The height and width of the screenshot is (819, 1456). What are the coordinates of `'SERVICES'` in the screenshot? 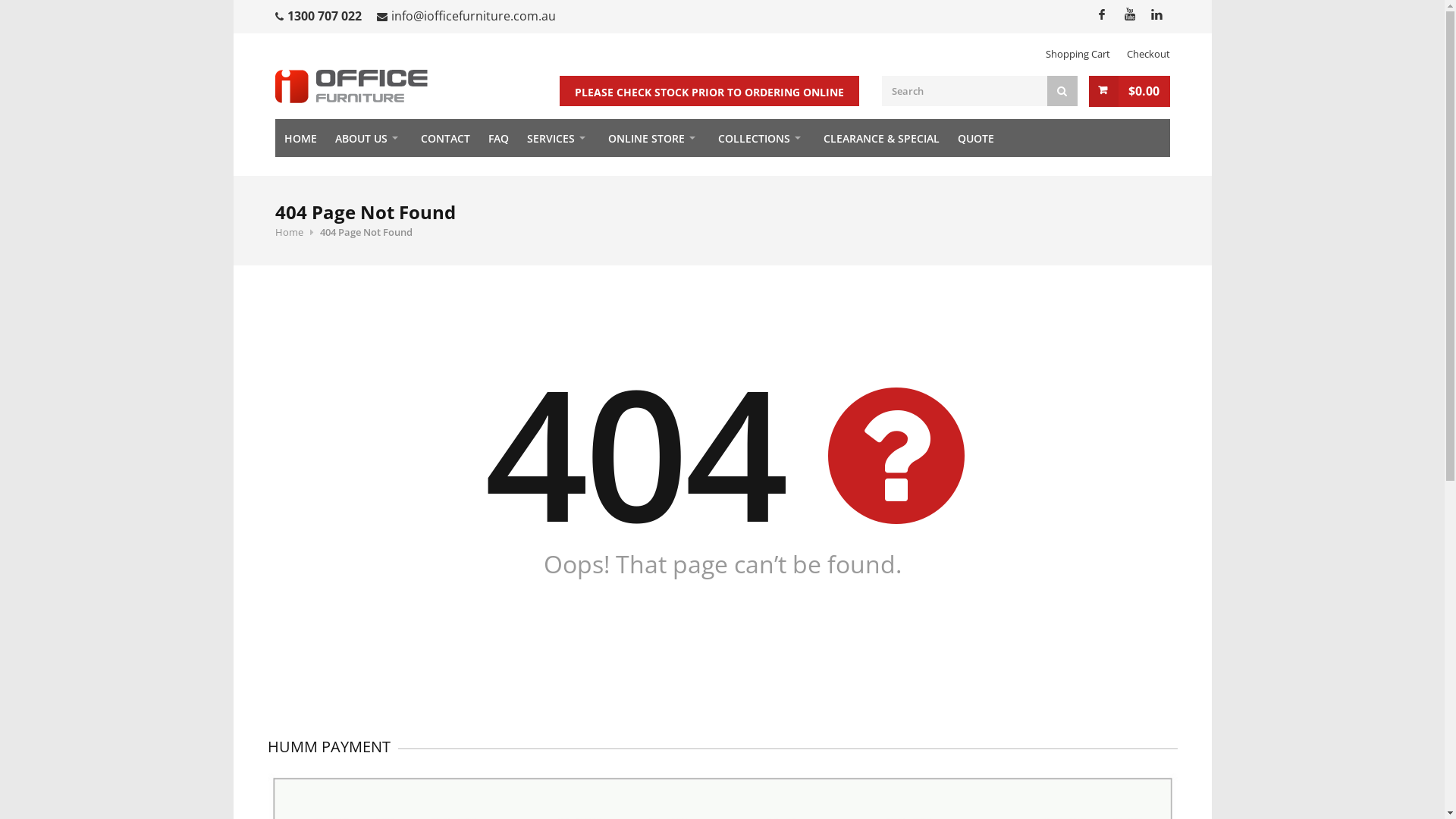 It's located at (557, 137).